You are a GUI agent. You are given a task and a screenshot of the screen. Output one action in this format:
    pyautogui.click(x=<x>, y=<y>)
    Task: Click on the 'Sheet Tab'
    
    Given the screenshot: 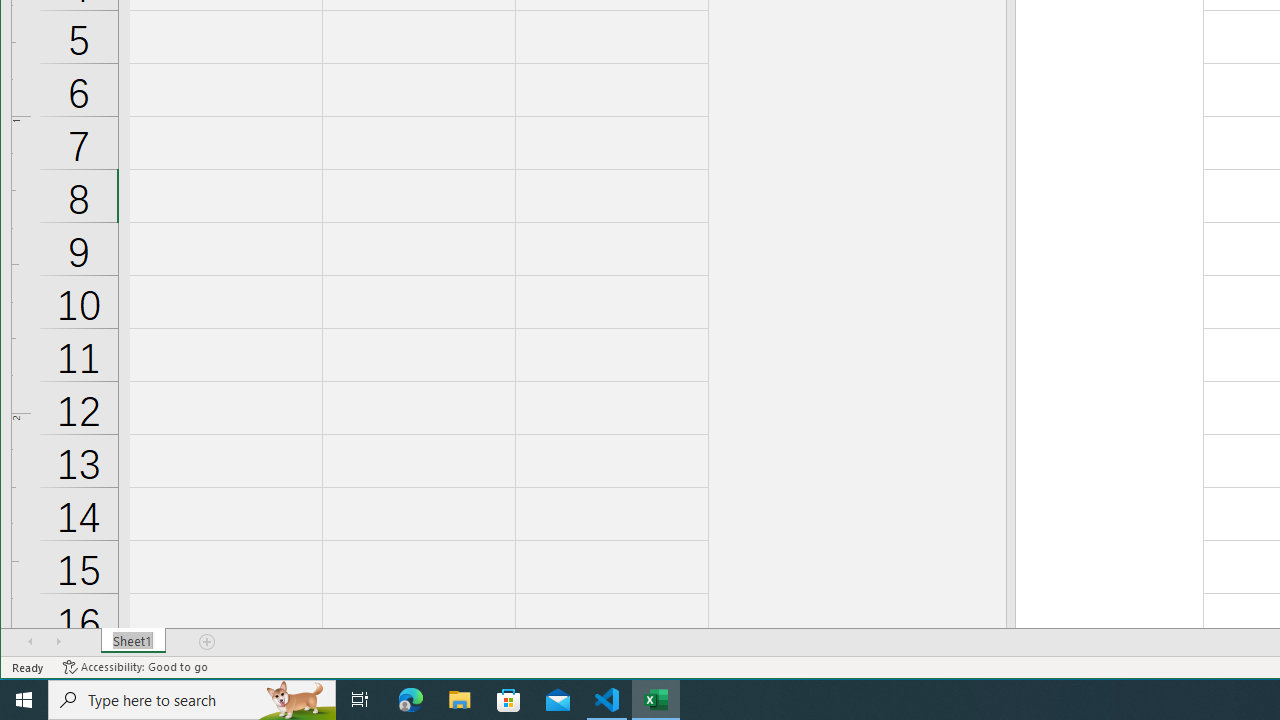 What is the action you would take?
    pyautogui.click(x=132, y=641)
    